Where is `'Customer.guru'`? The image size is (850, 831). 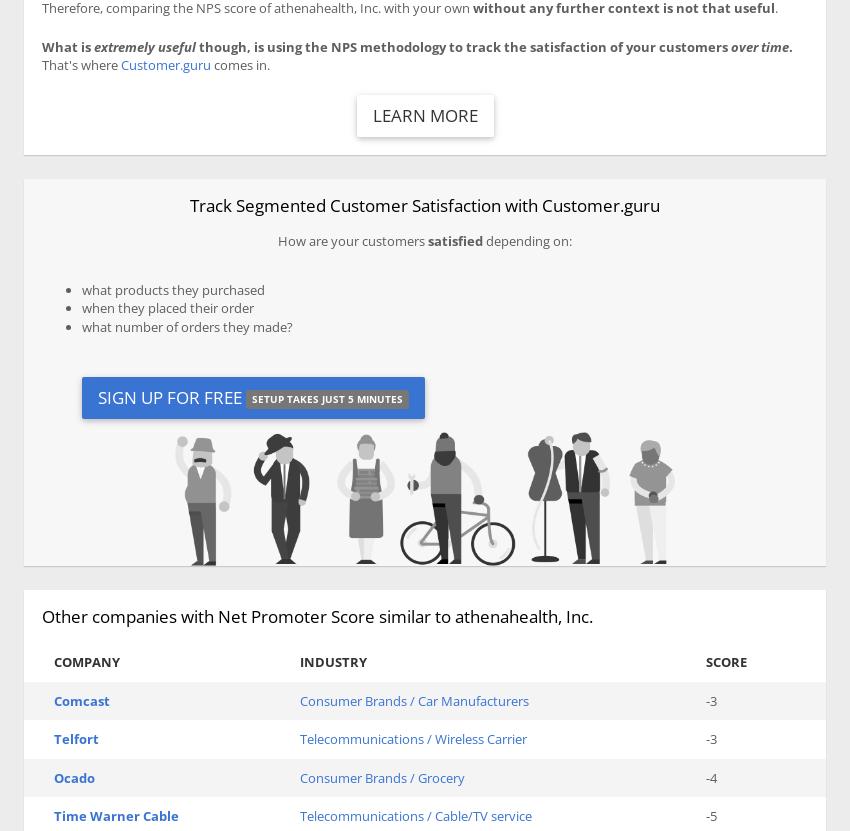 'Customer.guru' is located at coordinates (166, 63).